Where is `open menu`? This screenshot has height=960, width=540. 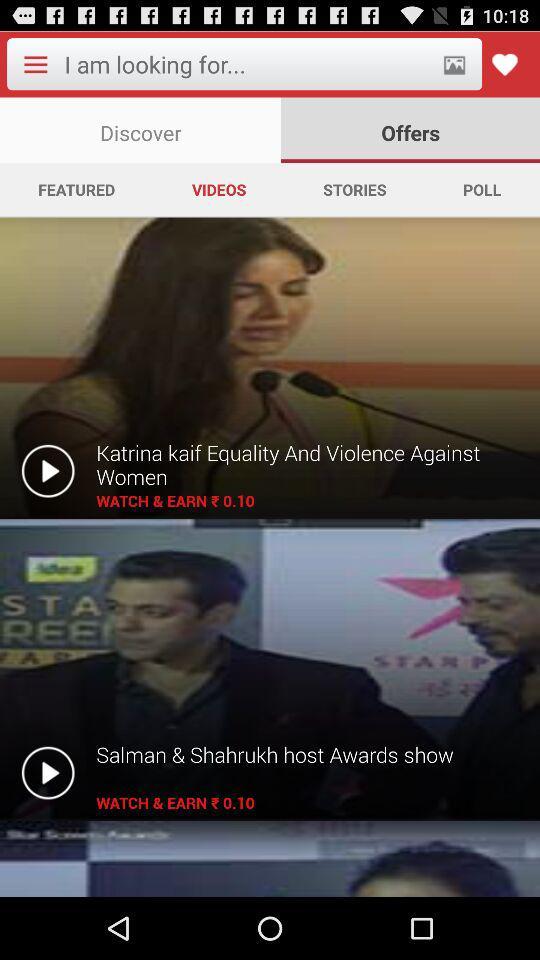 open menu is located at coordinates (35, 64).